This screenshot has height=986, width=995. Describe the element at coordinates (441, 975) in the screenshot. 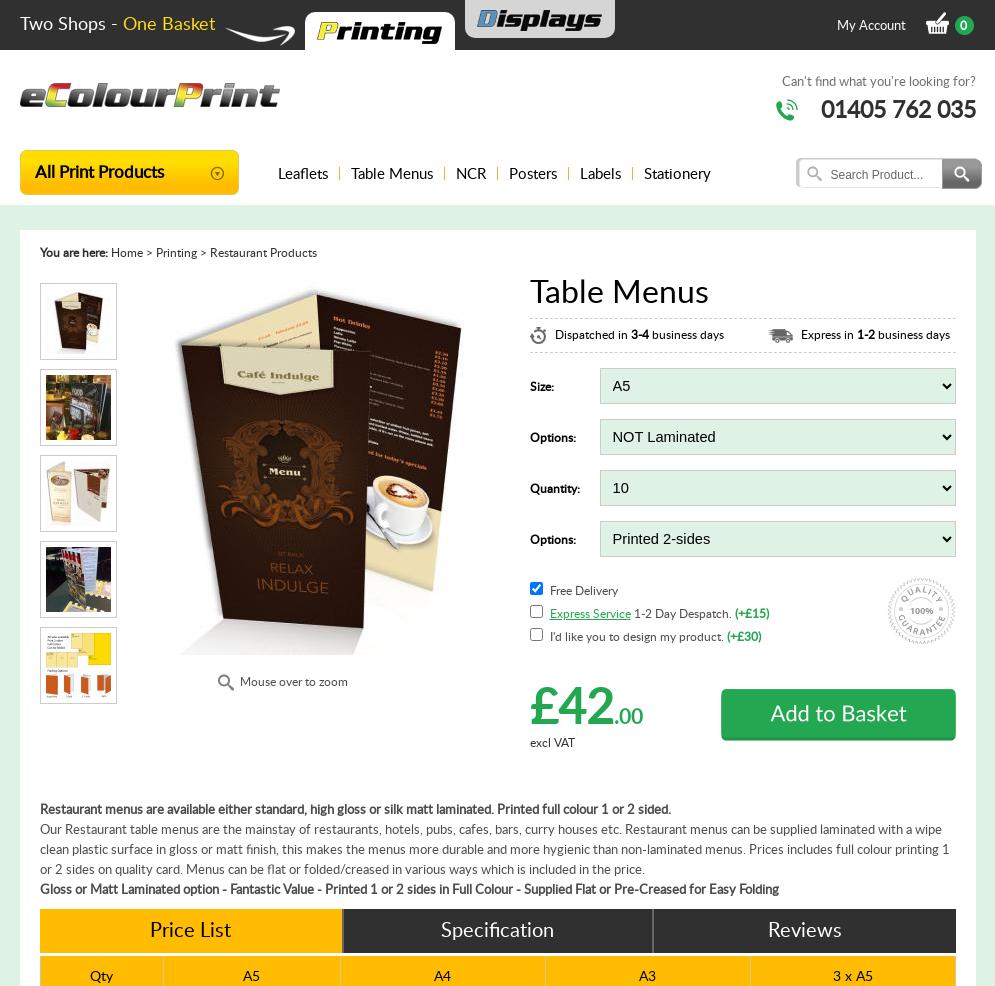

I see `'A4'` at that location.